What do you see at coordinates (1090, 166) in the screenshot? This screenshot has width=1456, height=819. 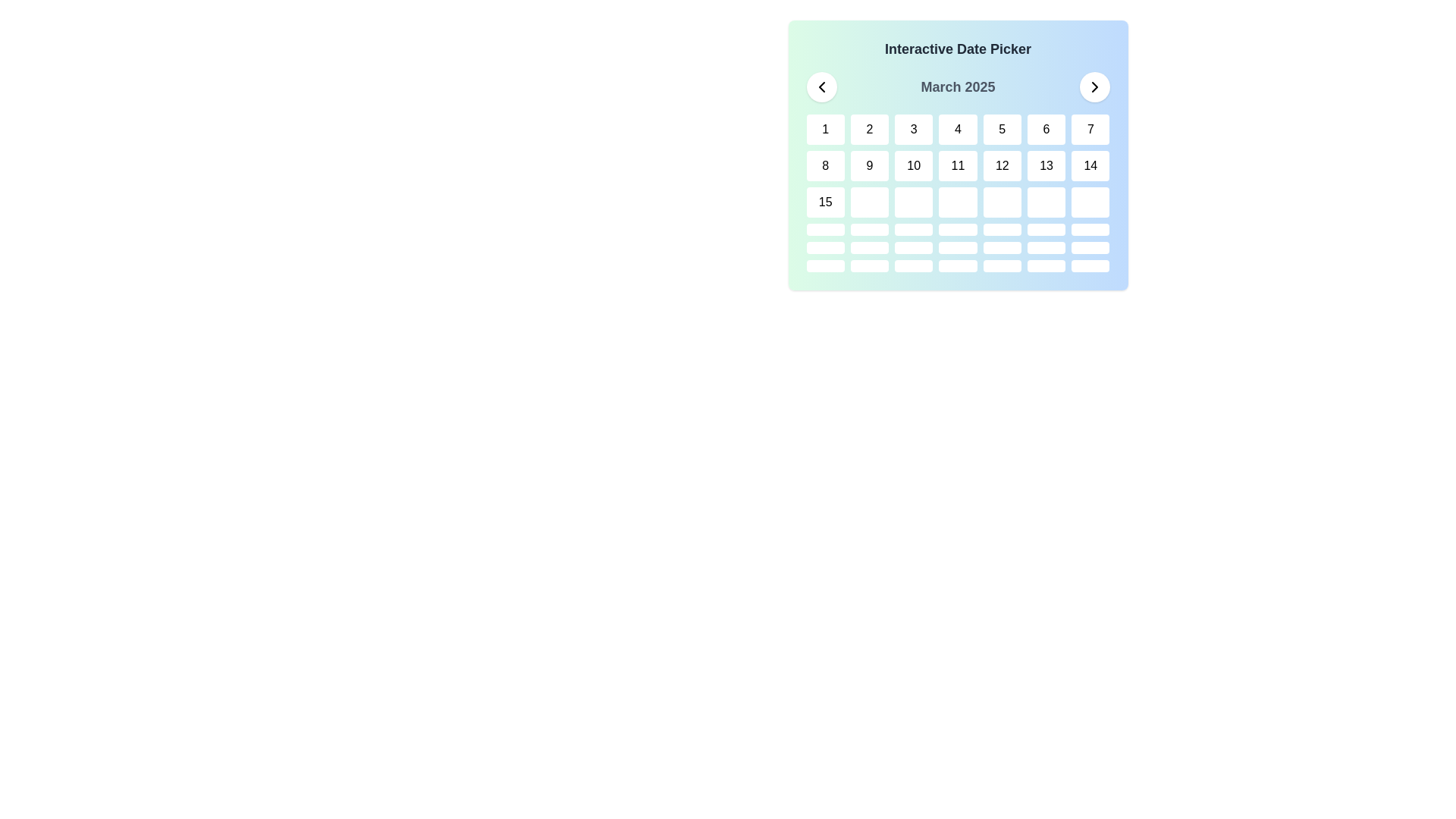 I see `the button representing the 14th day of the month in the calendar` at bounding box center [1090, 166].